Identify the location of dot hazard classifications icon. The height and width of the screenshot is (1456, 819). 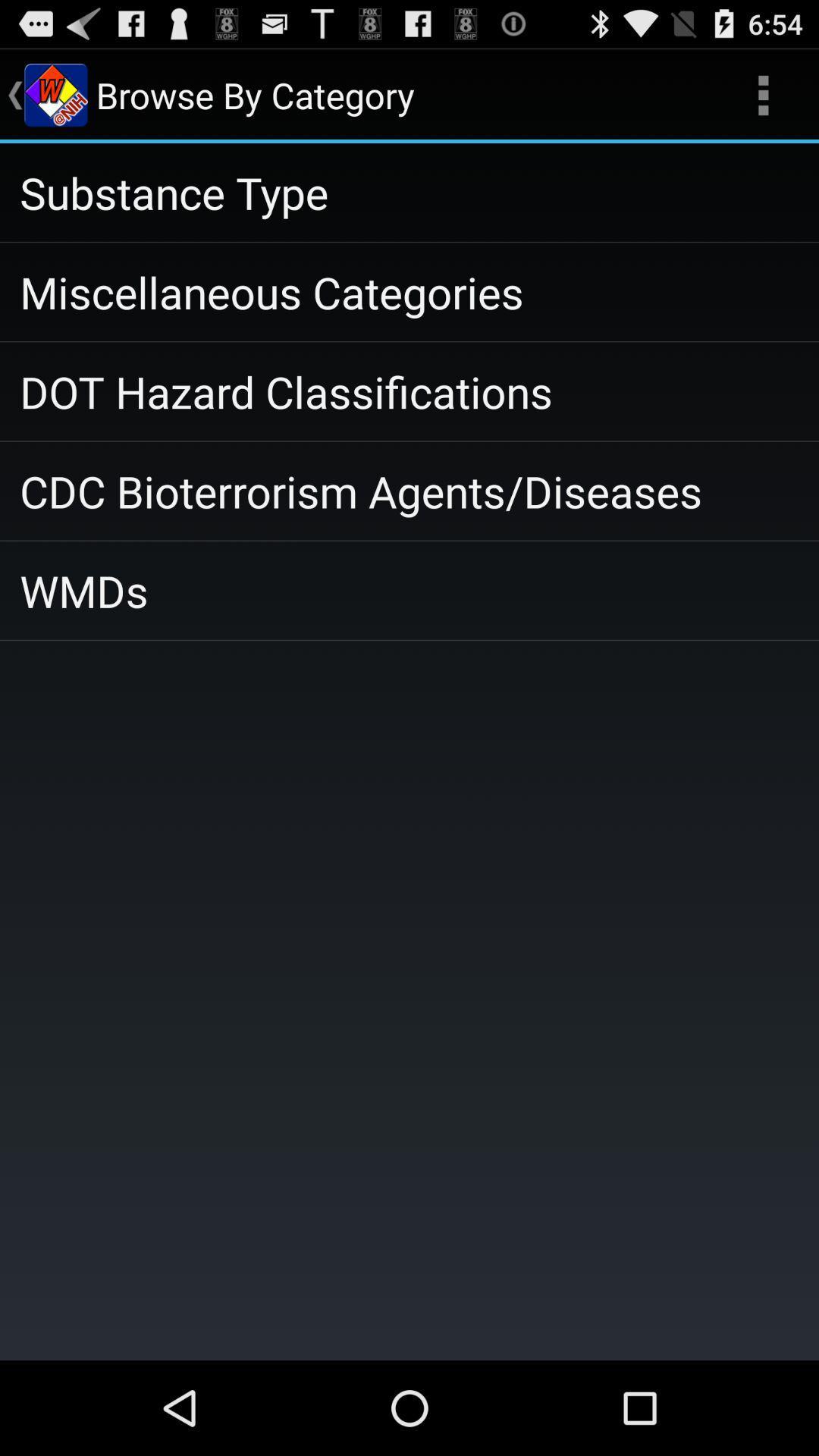
(409, 391).